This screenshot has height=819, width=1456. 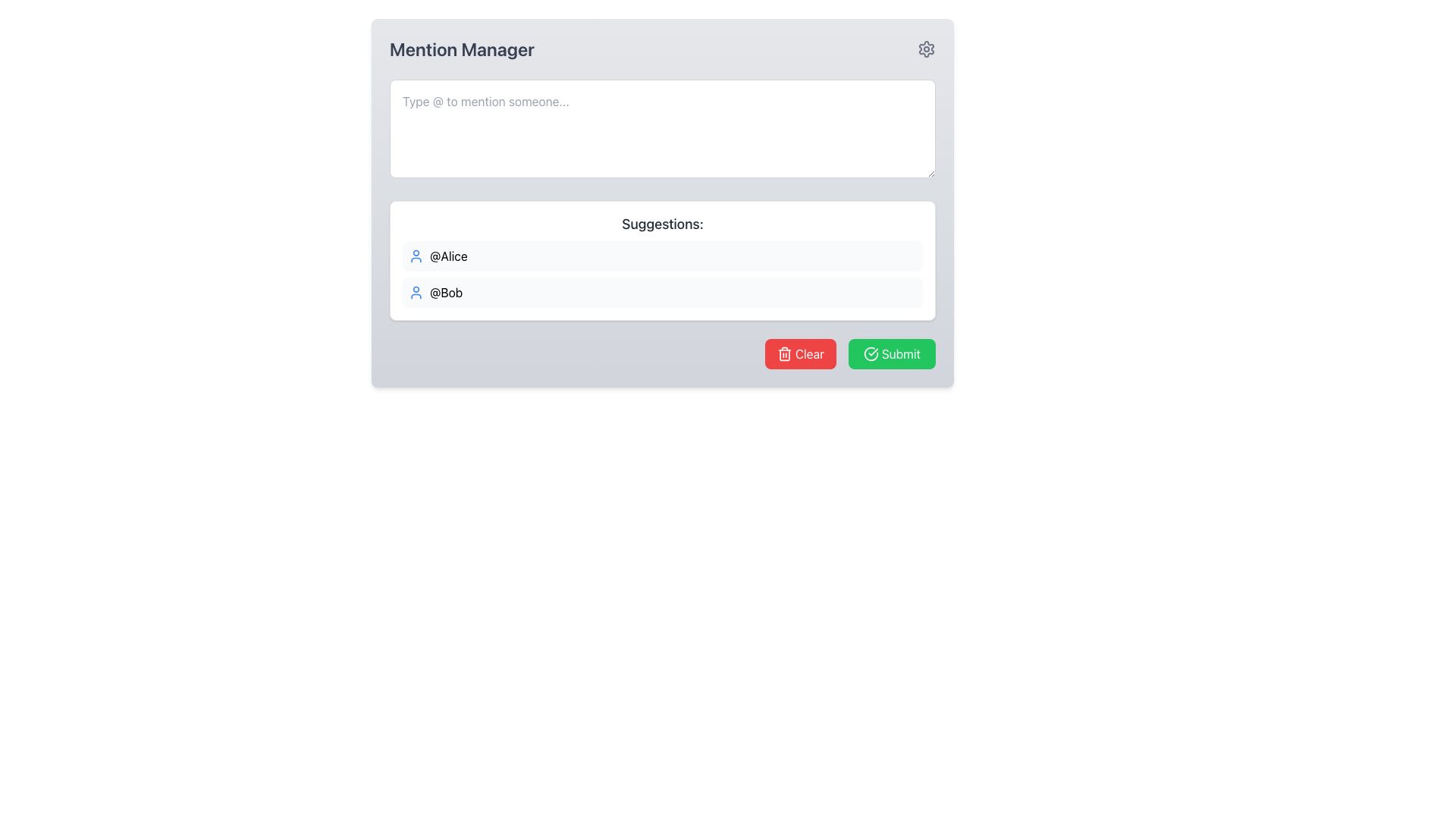 What do you see at coordinates (662, 292) in the screenshot?
I see `the second selectable list item in the suggestions box` at bounding box center [662, 292].